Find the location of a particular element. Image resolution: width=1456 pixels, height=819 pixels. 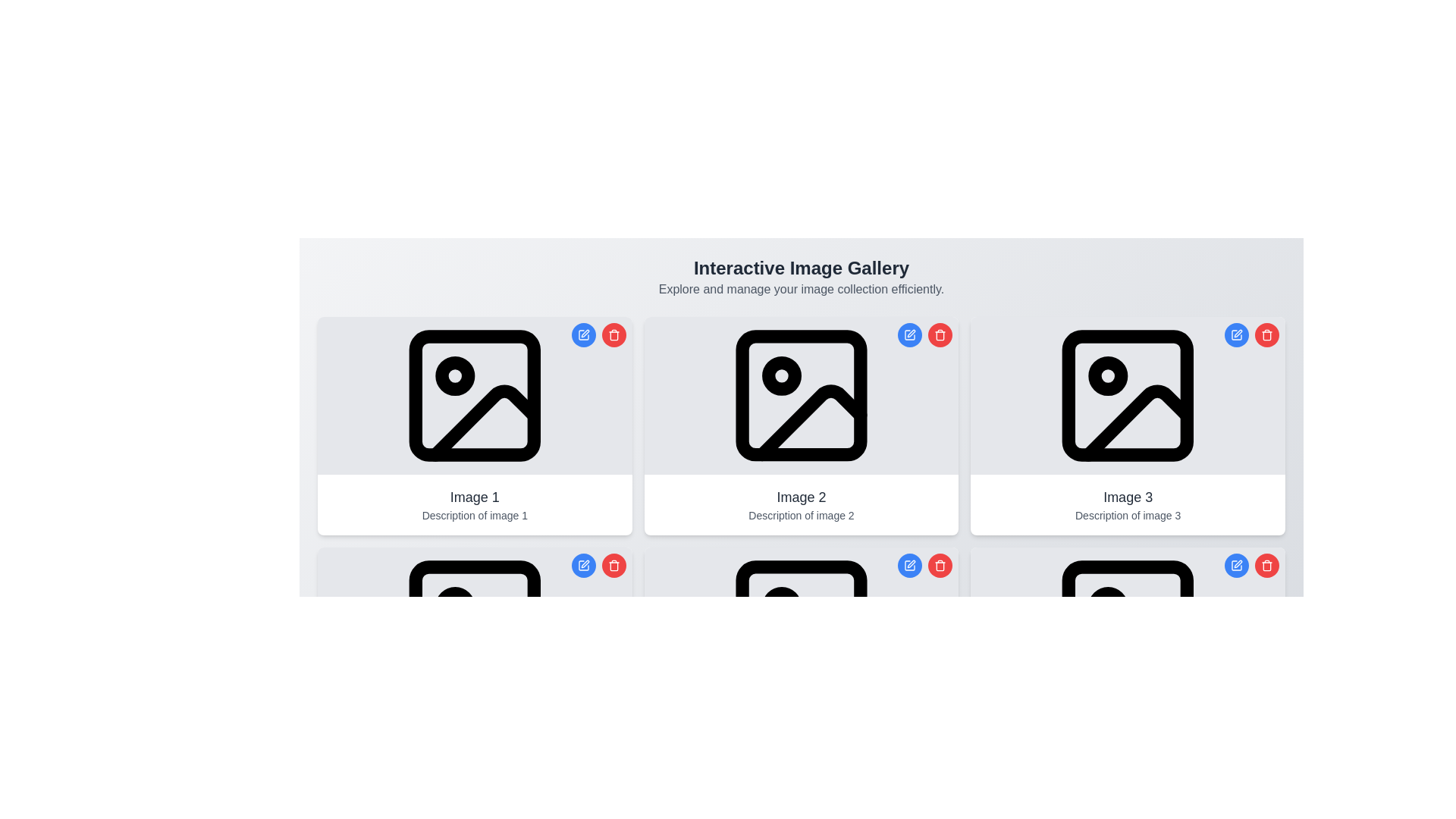

the Text label that provides a brief description of the image in the gallery, positioned beneath the title 'Image 3' is located at coordinates (1128, 514).